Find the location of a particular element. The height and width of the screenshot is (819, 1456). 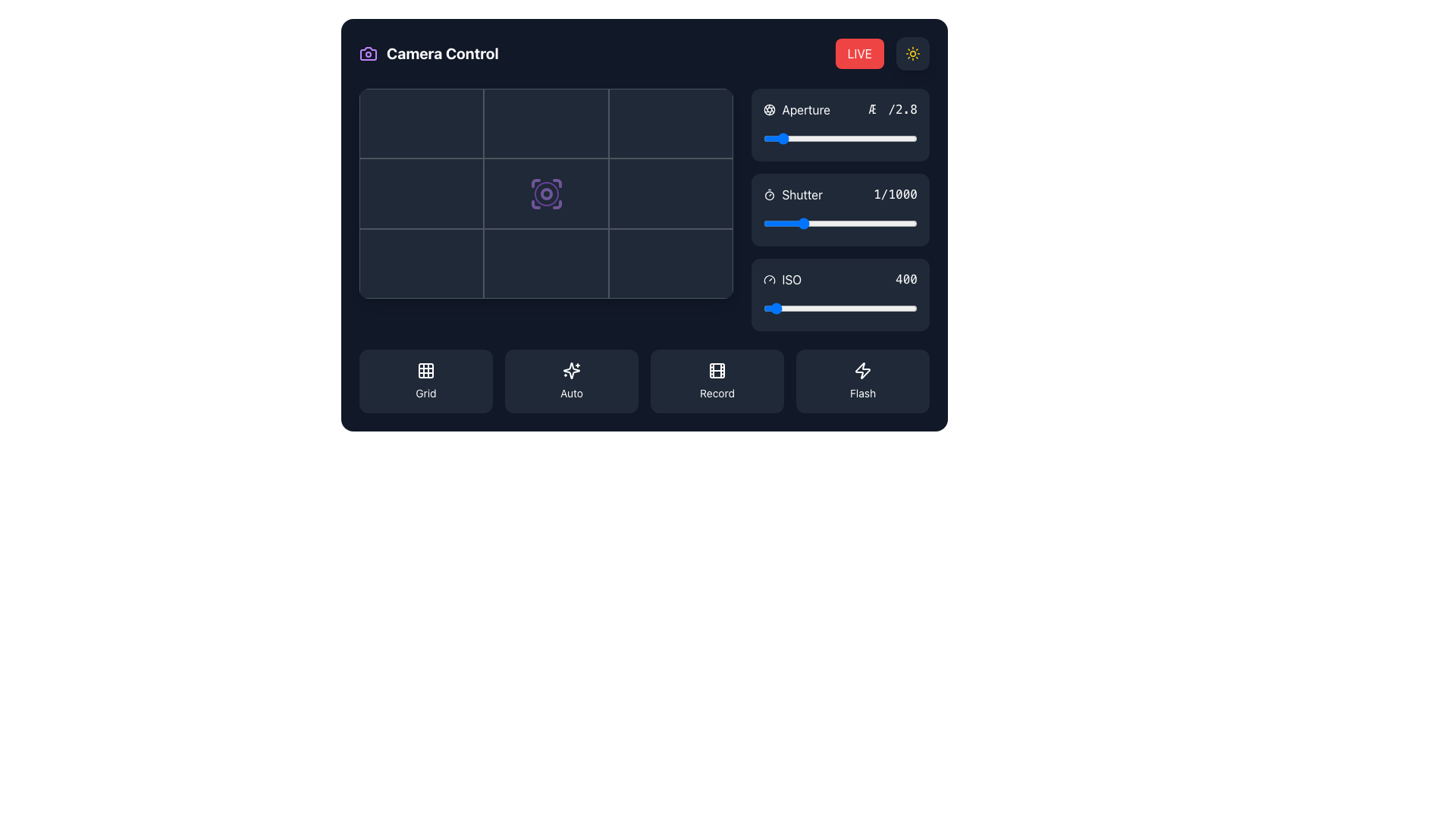

the shutter speed value is located at coordinates (808, 223).